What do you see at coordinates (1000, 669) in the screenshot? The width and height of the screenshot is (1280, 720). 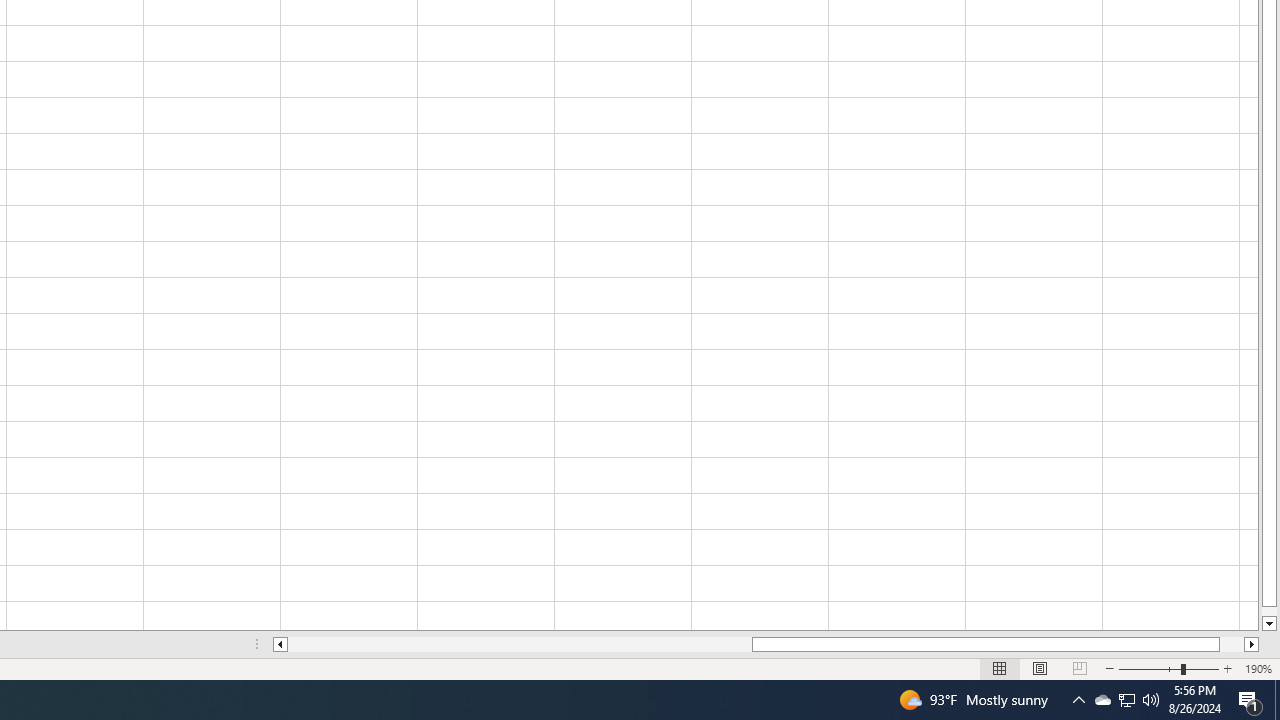 I see `'Normal'` at bounding box center [1000, 669].